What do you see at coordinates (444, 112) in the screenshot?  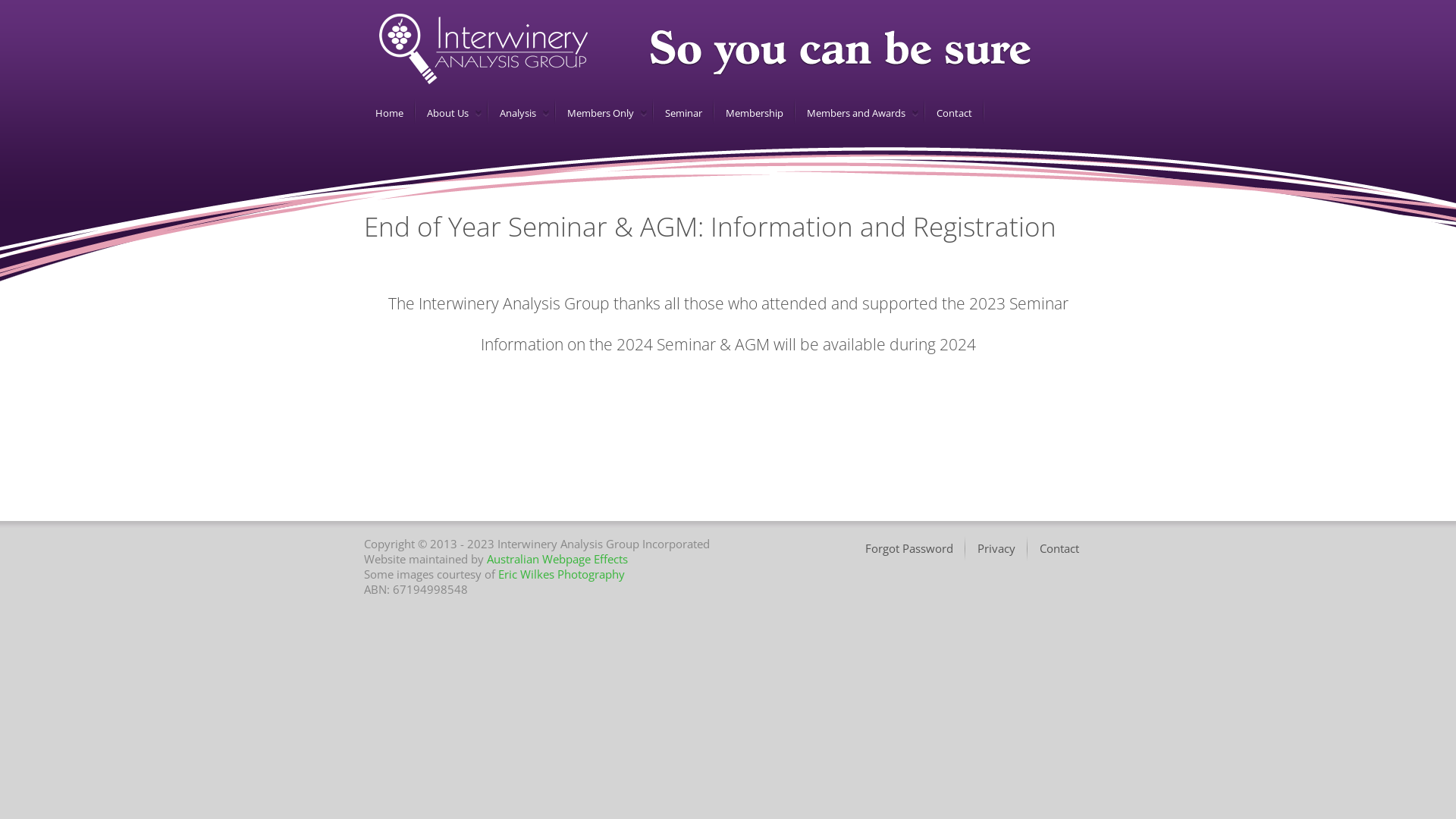 I see `'About Us'` at bounding box center [444, 112].